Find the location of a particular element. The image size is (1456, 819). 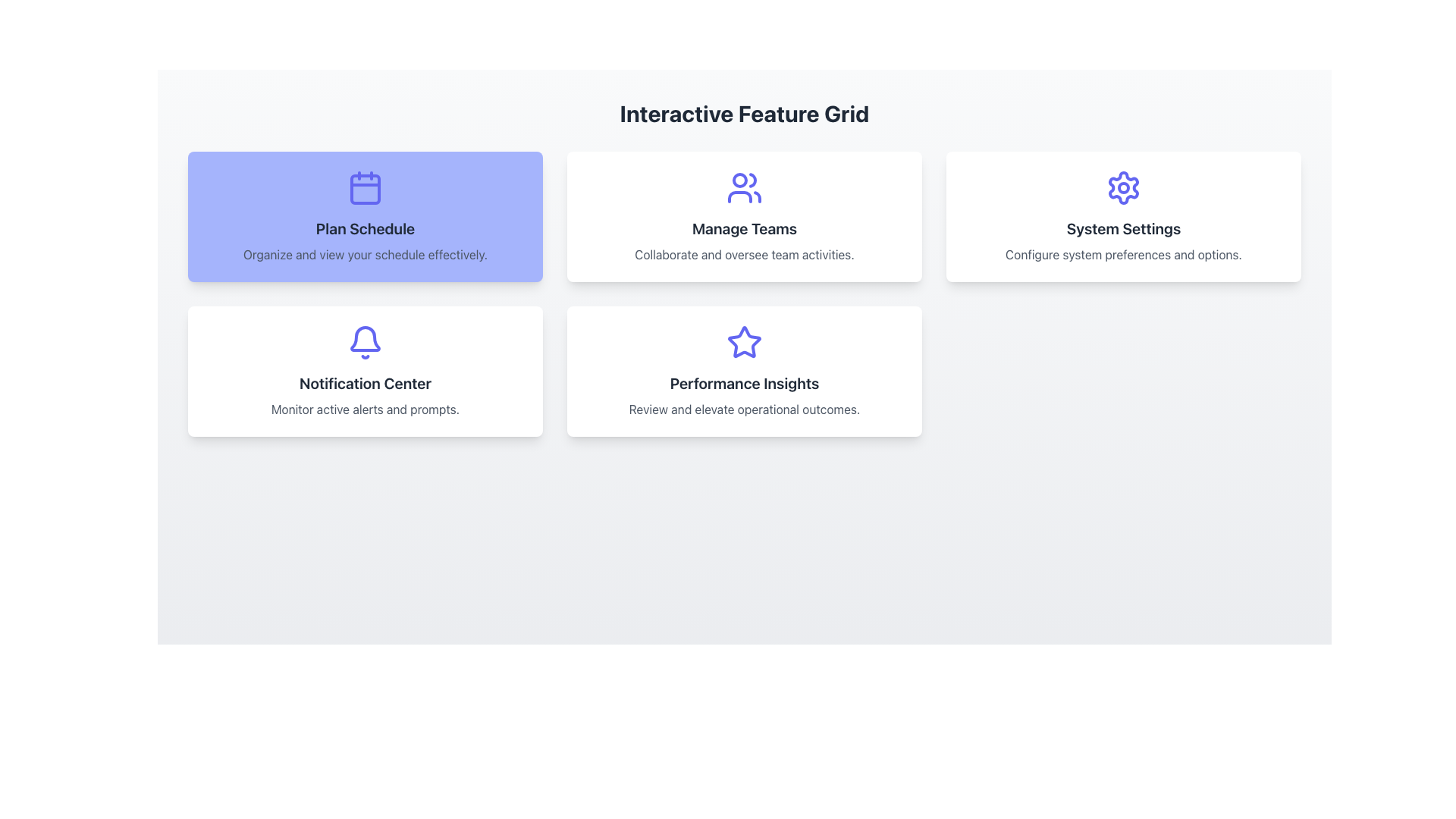

the fourth card in the grid layout, which serves as an entry point for the 'Notification Center' is located at coordinates (365, 371).